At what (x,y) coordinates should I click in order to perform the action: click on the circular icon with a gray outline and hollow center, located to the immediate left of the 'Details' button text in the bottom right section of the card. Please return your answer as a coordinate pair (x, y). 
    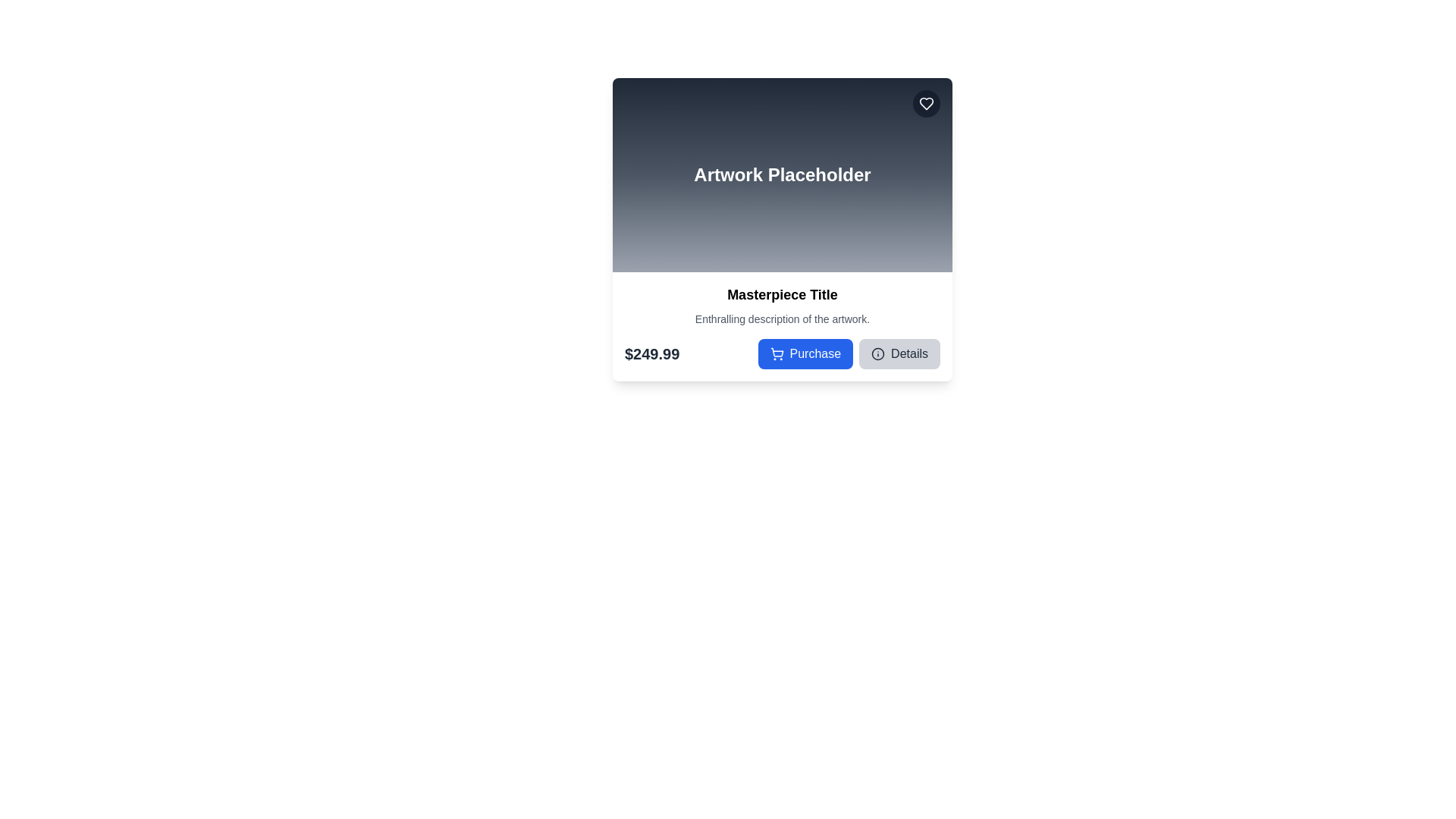
    Looking at the image, I should click on (878, 353).